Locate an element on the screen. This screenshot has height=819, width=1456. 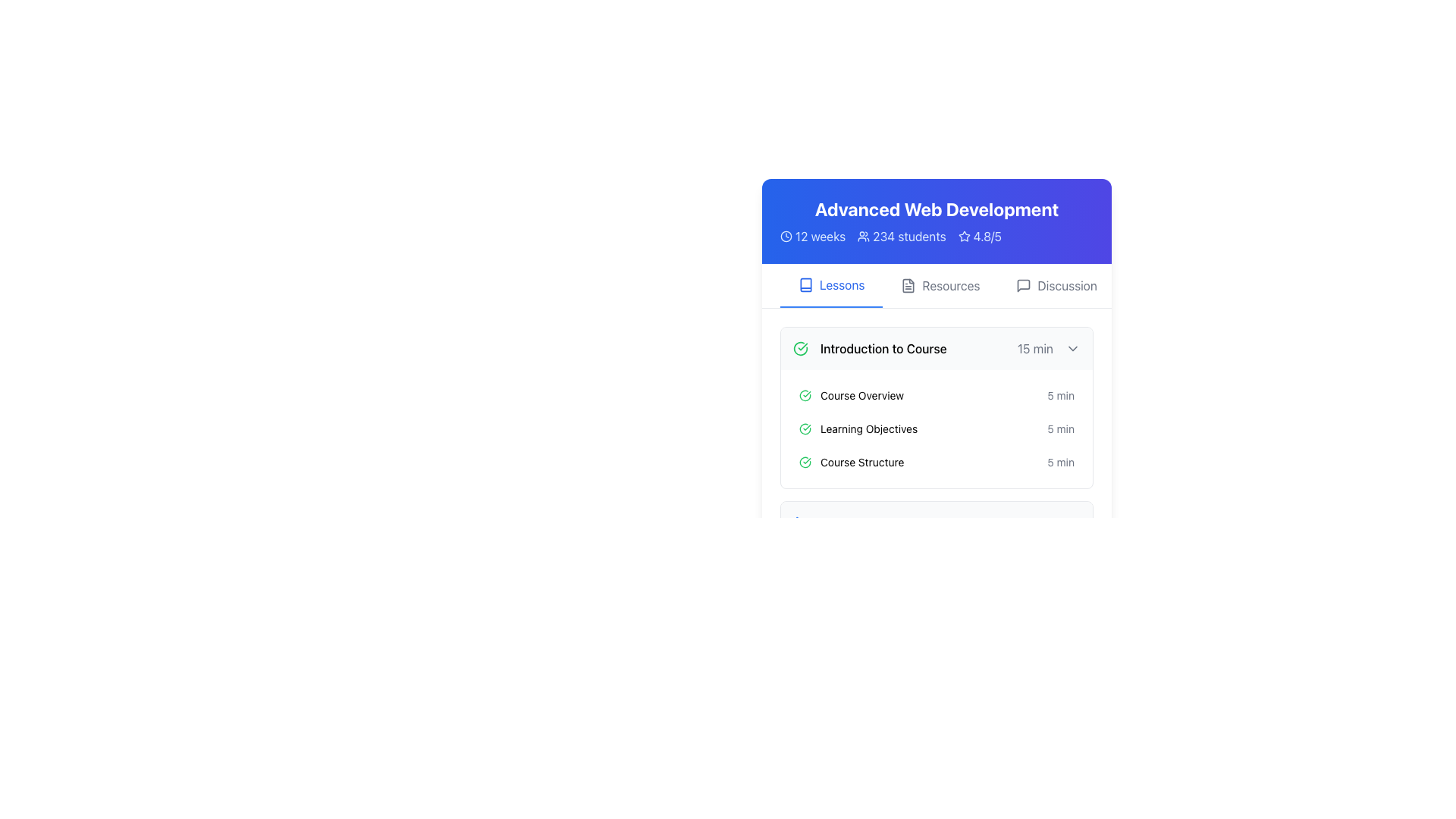
text content of the 'Course Overview' label located under the 'Introduction to Course' header in the 'Advanced Web Development' course interface is located at coordinates (862, 394).